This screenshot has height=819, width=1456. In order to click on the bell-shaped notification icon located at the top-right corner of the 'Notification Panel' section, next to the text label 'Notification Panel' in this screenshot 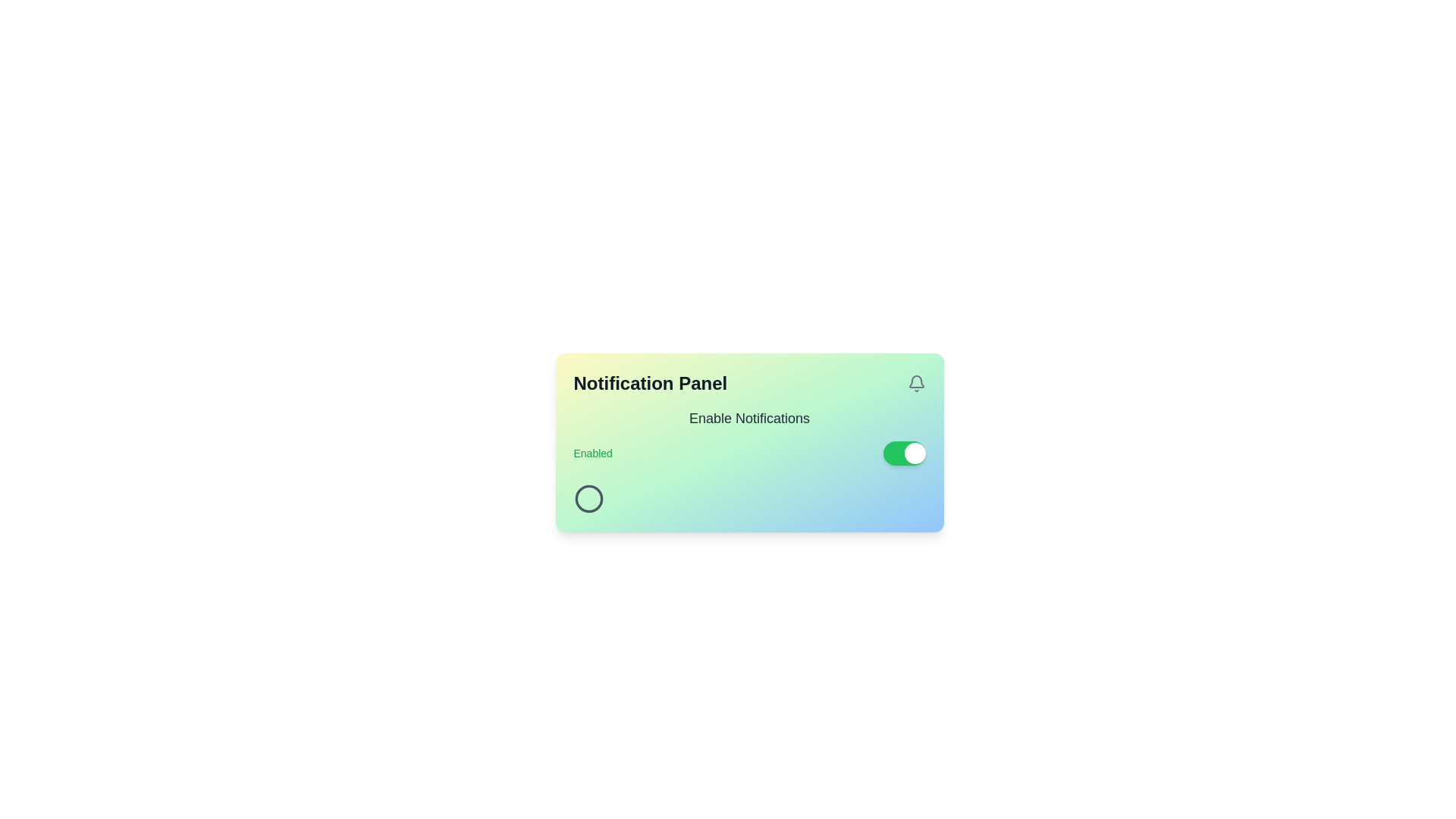, I will do `click(915, 382)`.